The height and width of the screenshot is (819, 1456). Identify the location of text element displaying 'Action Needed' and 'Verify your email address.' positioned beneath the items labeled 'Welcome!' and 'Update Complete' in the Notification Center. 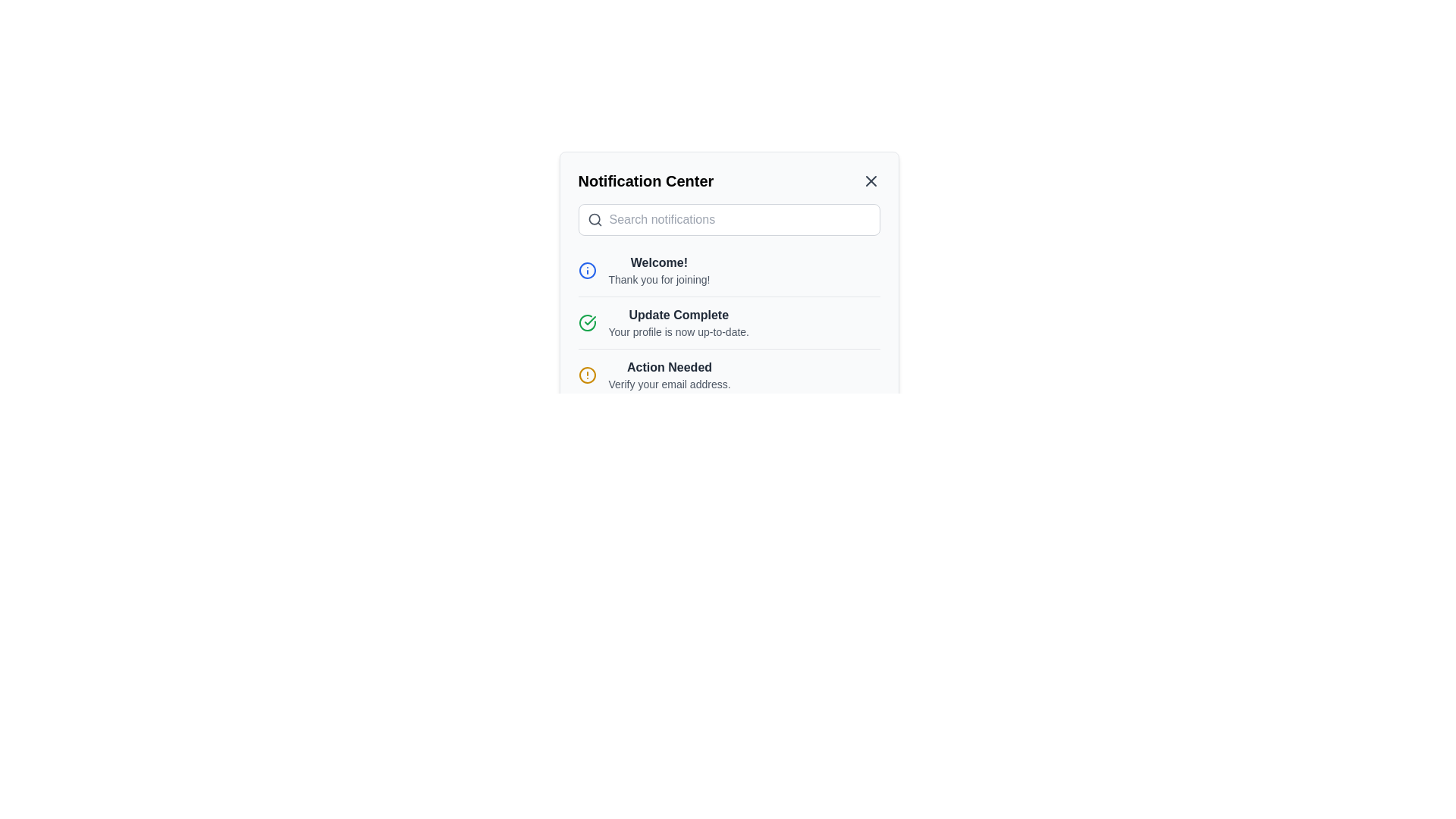
(669, 375).